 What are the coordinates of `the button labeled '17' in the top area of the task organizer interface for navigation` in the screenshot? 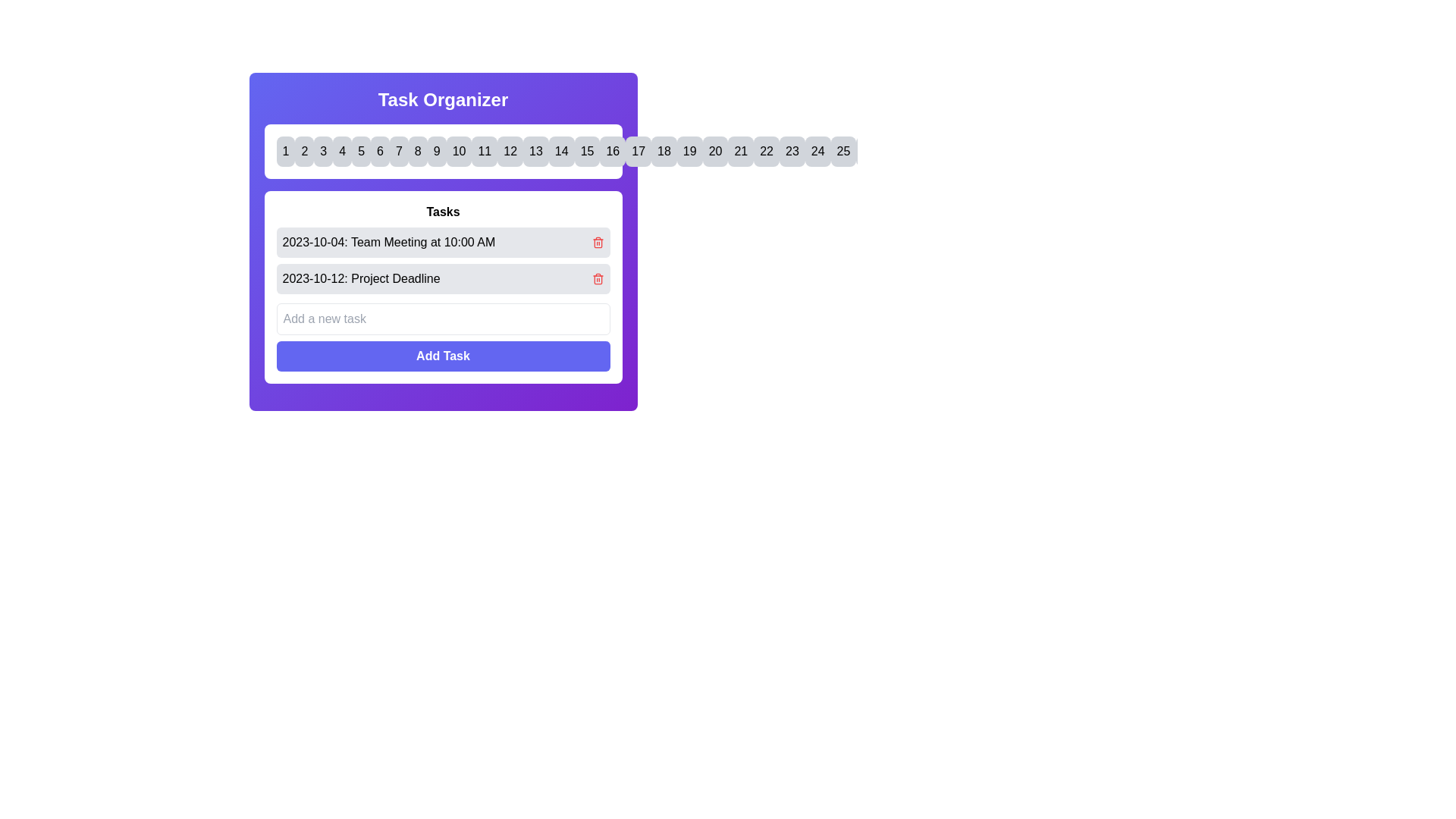 It's located at (639, 152).